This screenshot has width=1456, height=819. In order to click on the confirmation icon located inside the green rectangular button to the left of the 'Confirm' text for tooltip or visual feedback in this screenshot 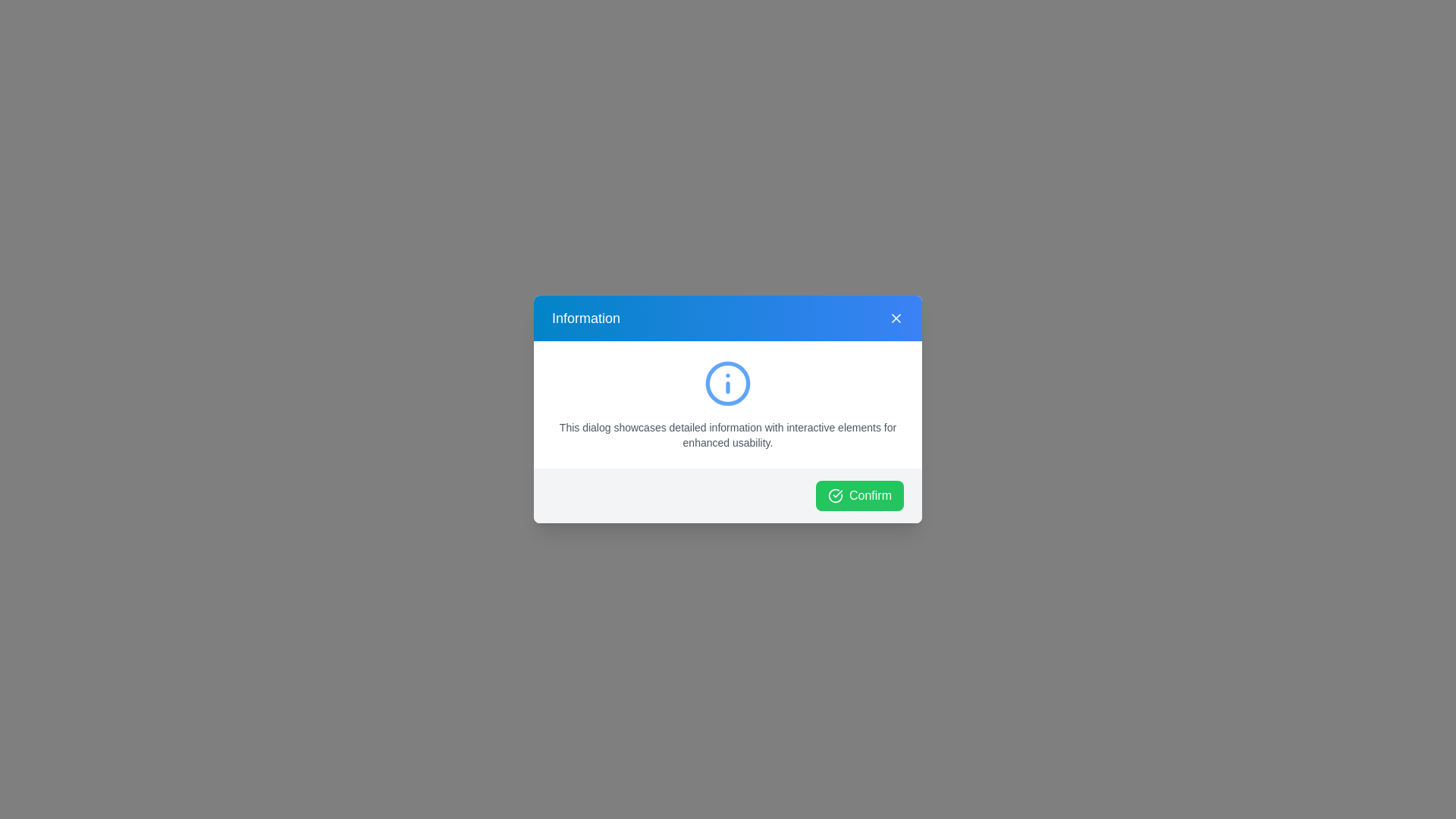, I will do `click(834, 496)`.